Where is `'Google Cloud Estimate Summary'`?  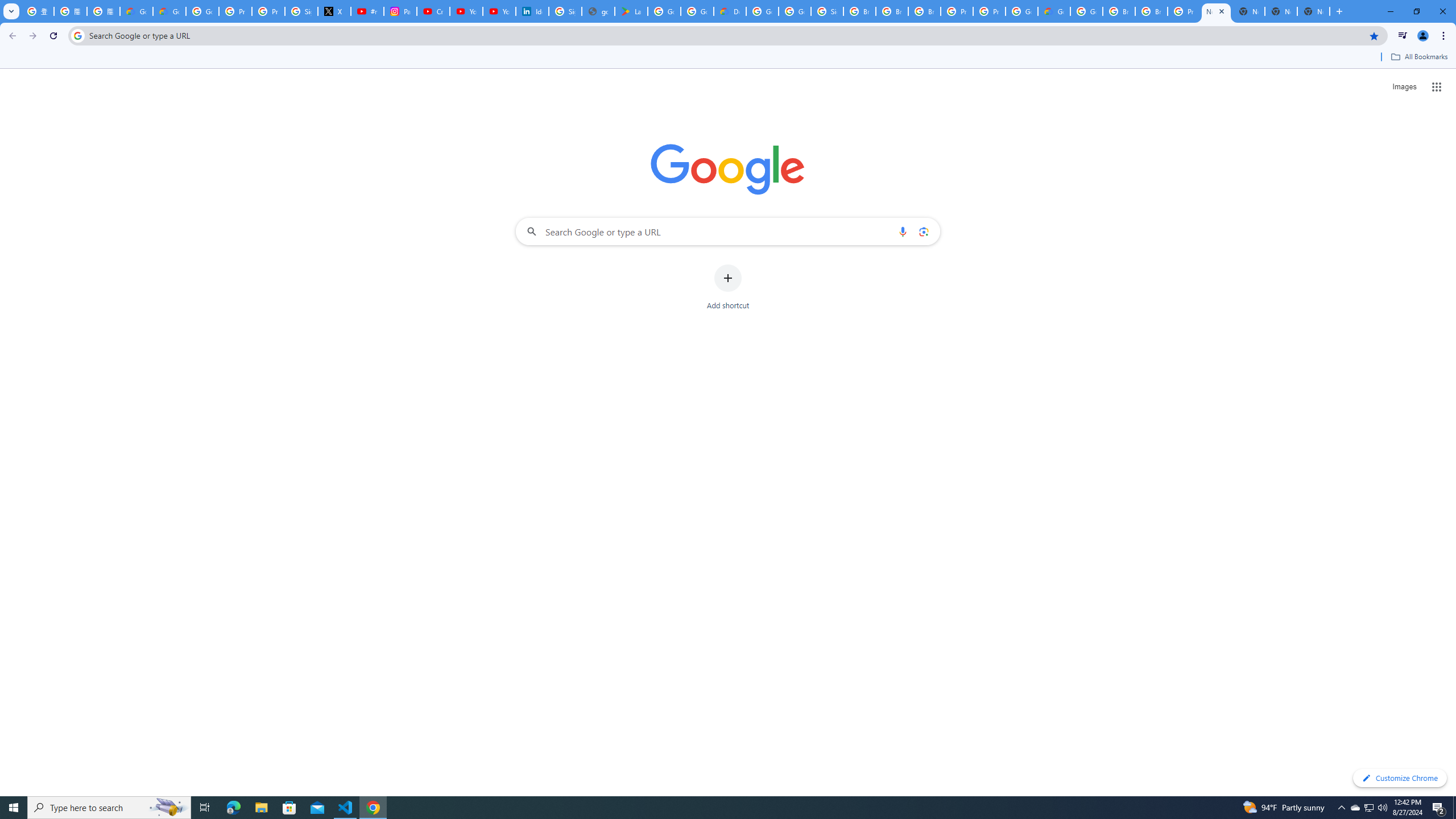 'Google Cloud Estimate Summary' is located at coordinates (1053, 11).